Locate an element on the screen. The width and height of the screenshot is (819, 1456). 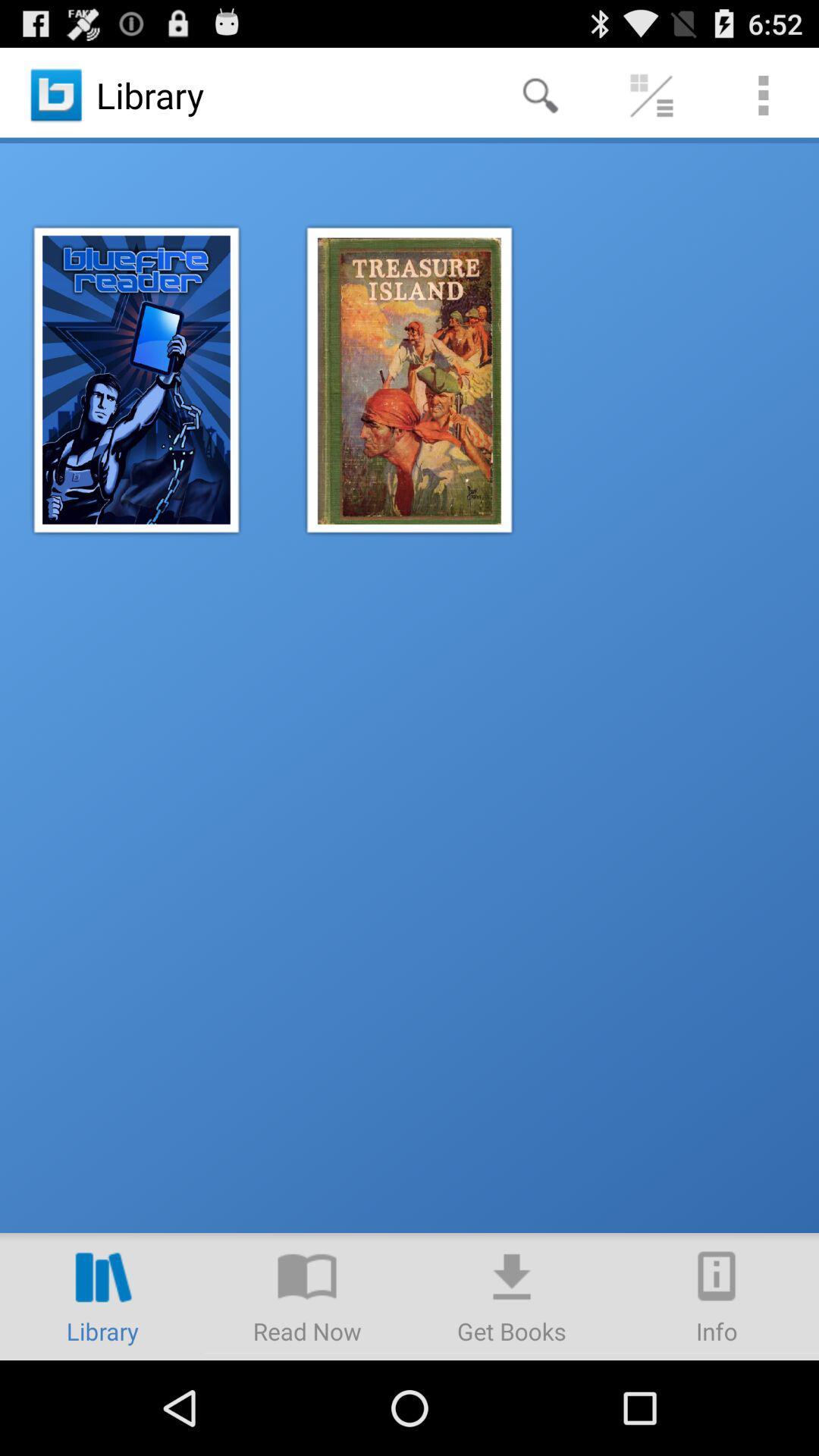
item at the bottom right corner is located at coordinates (717, 1295).